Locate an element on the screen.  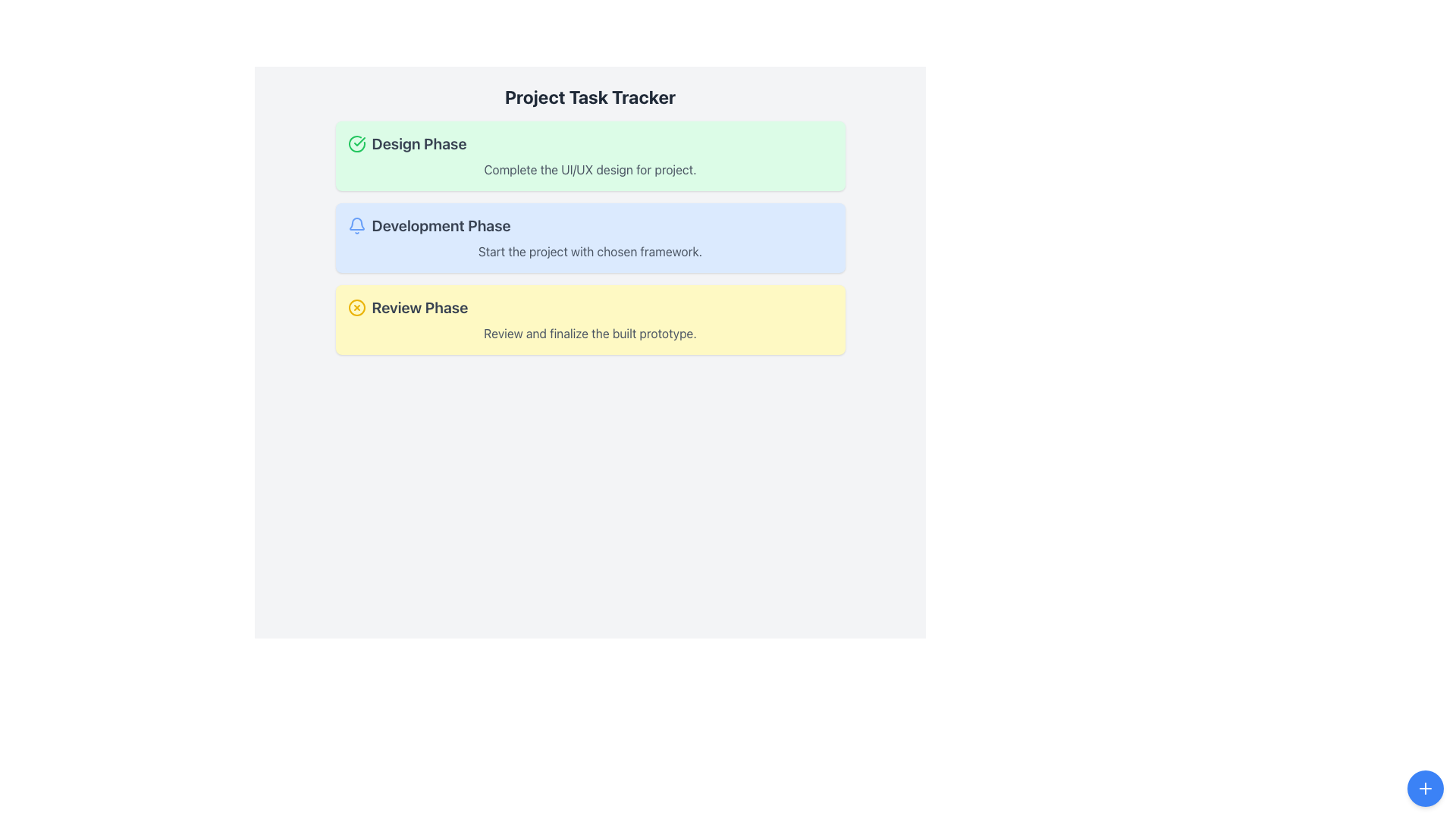
the Text Label displaying 'Development Phase', which is styled in a bold, large font with dark gray color on a light blue background, located in the second task block is located at coordinates (441, 225).